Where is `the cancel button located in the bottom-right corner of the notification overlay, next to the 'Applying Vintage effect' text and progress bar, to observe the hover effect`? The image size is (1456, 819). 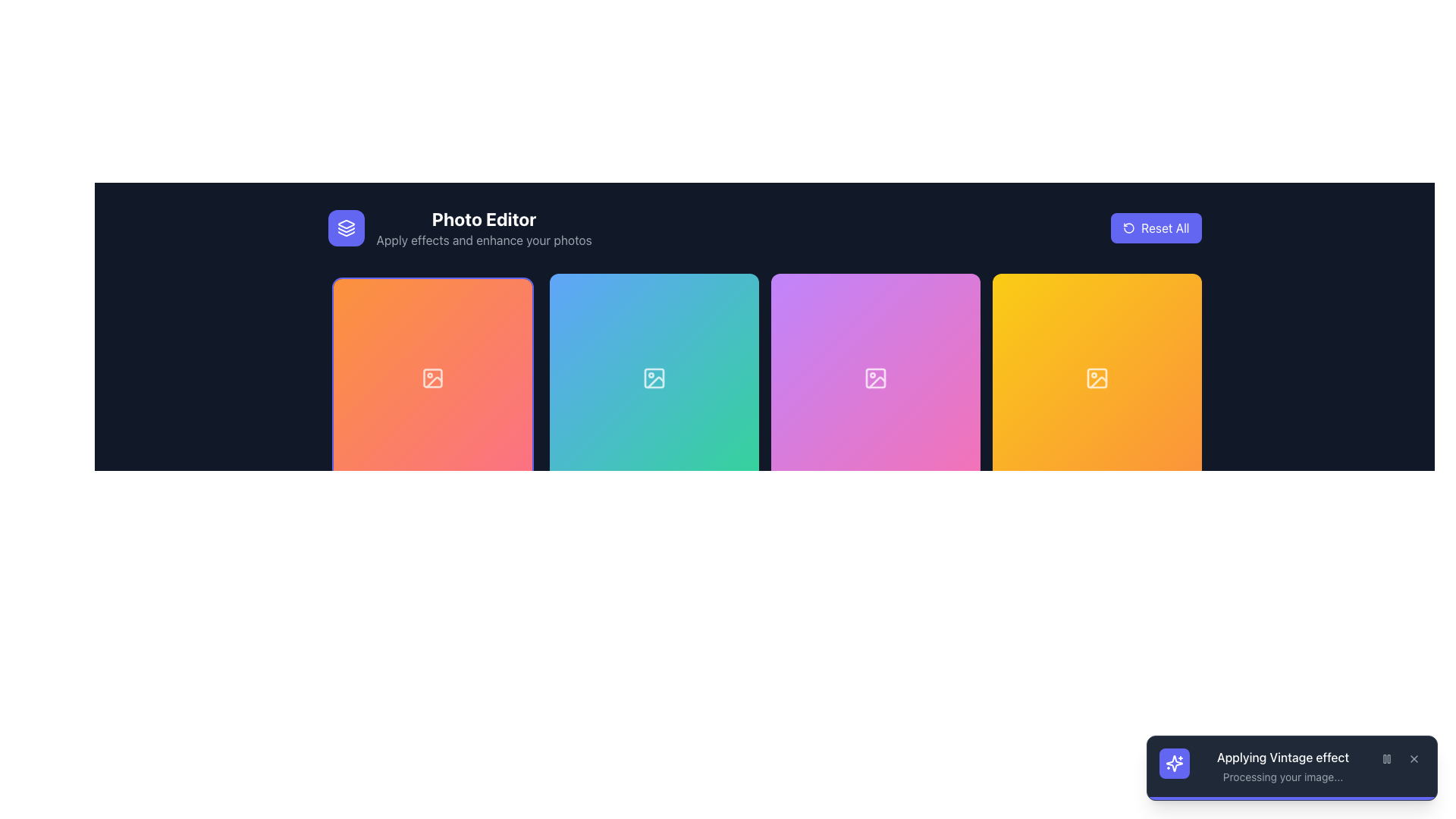 the cancel button located in the bottom-right corner of the notification overlay, next to the 'Applying Vintage effect' text and progress bar, to observe the hover effect is located at coordinates (1414, 759).